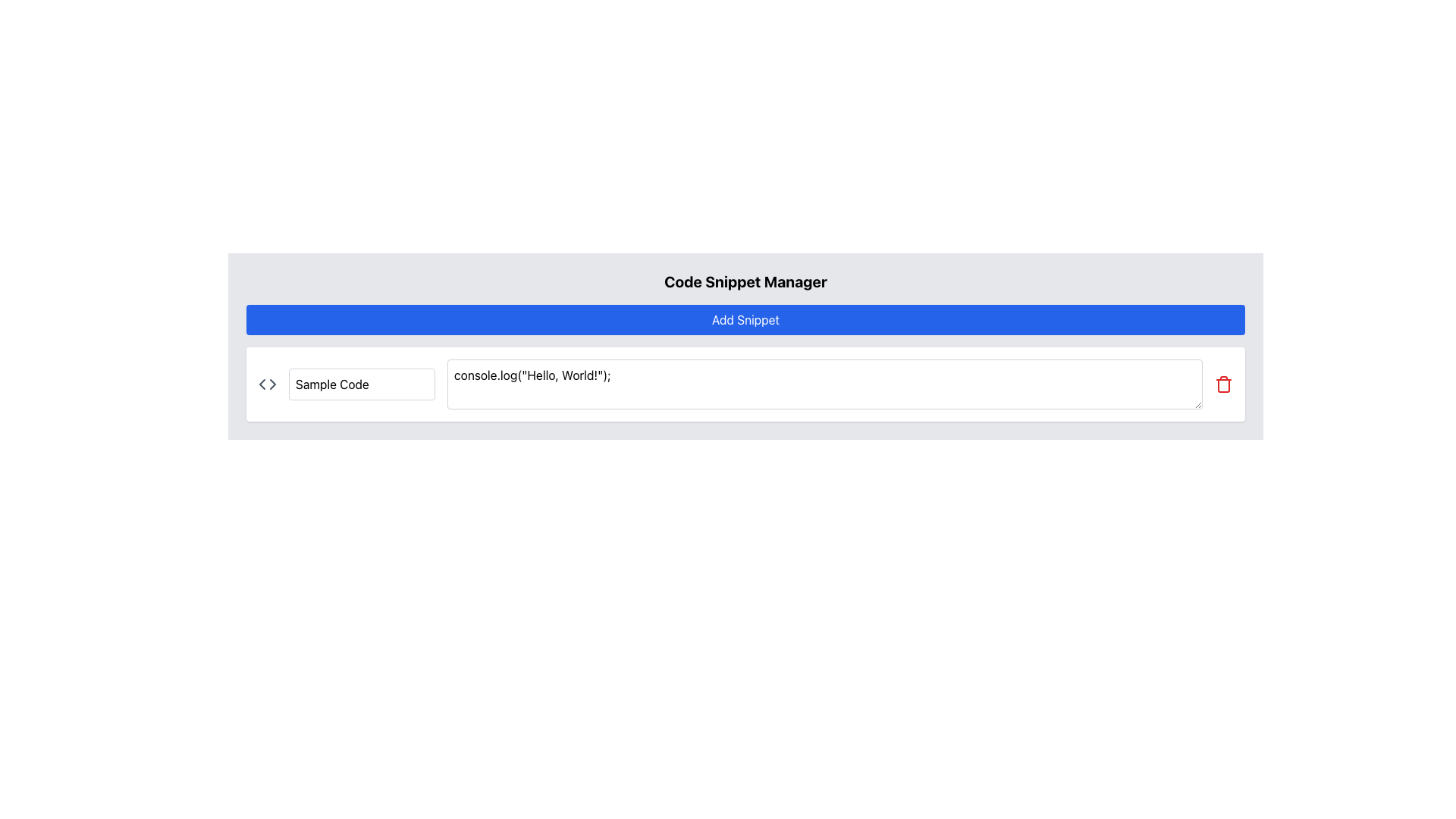 The image size is (1456, 819). Describe the element at coordinates (745, 318) in the screenshot. I see `the rectangular blue button with rounded corners labeled 'Add Snippet', which is positioned below the 'Code Snippet Manager' heading` at that location.